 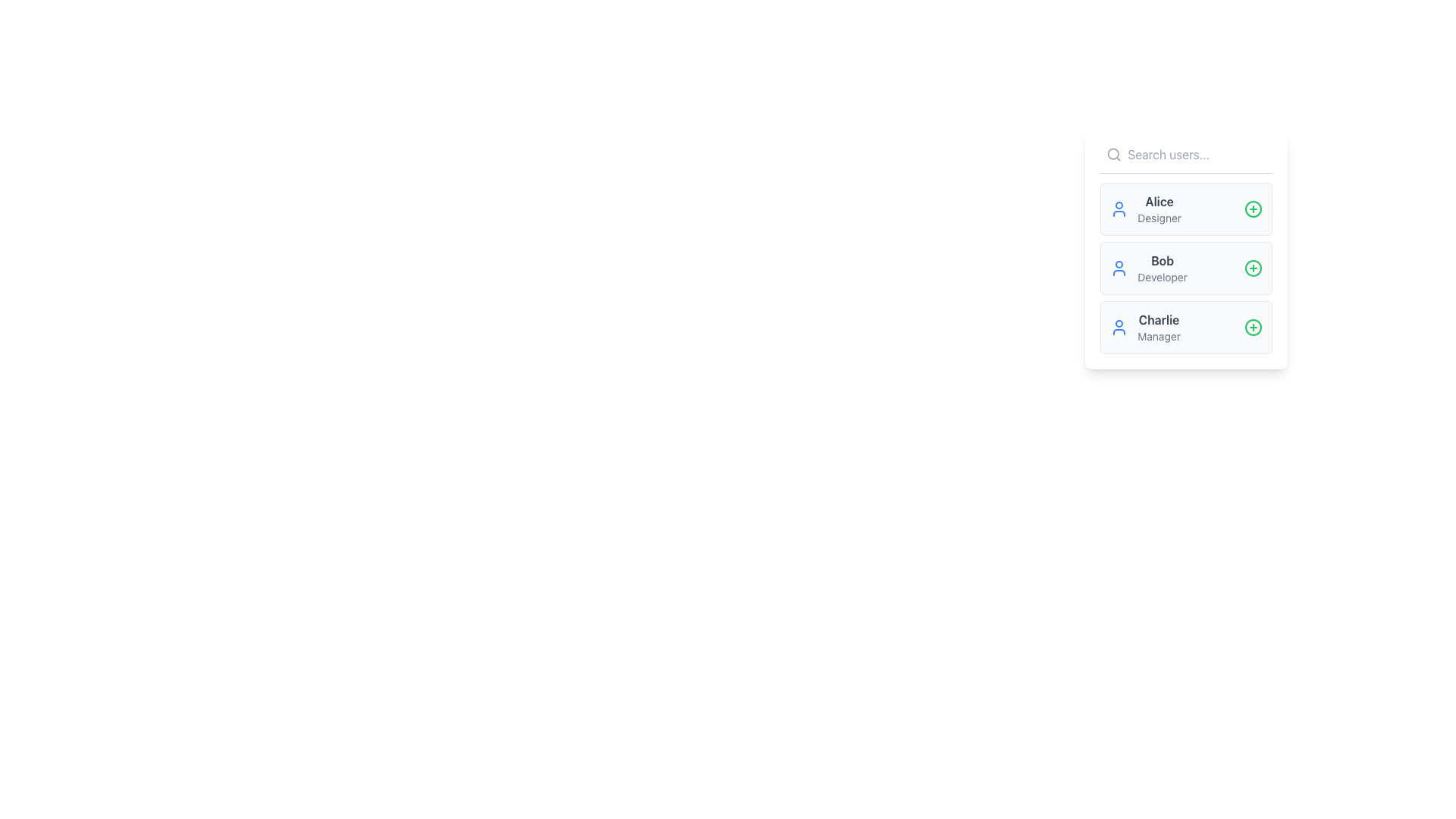 I want to click on the search icon (magnifying glass) located to the left of the 'Search users...' text input field, so click(x=1114, y=155).